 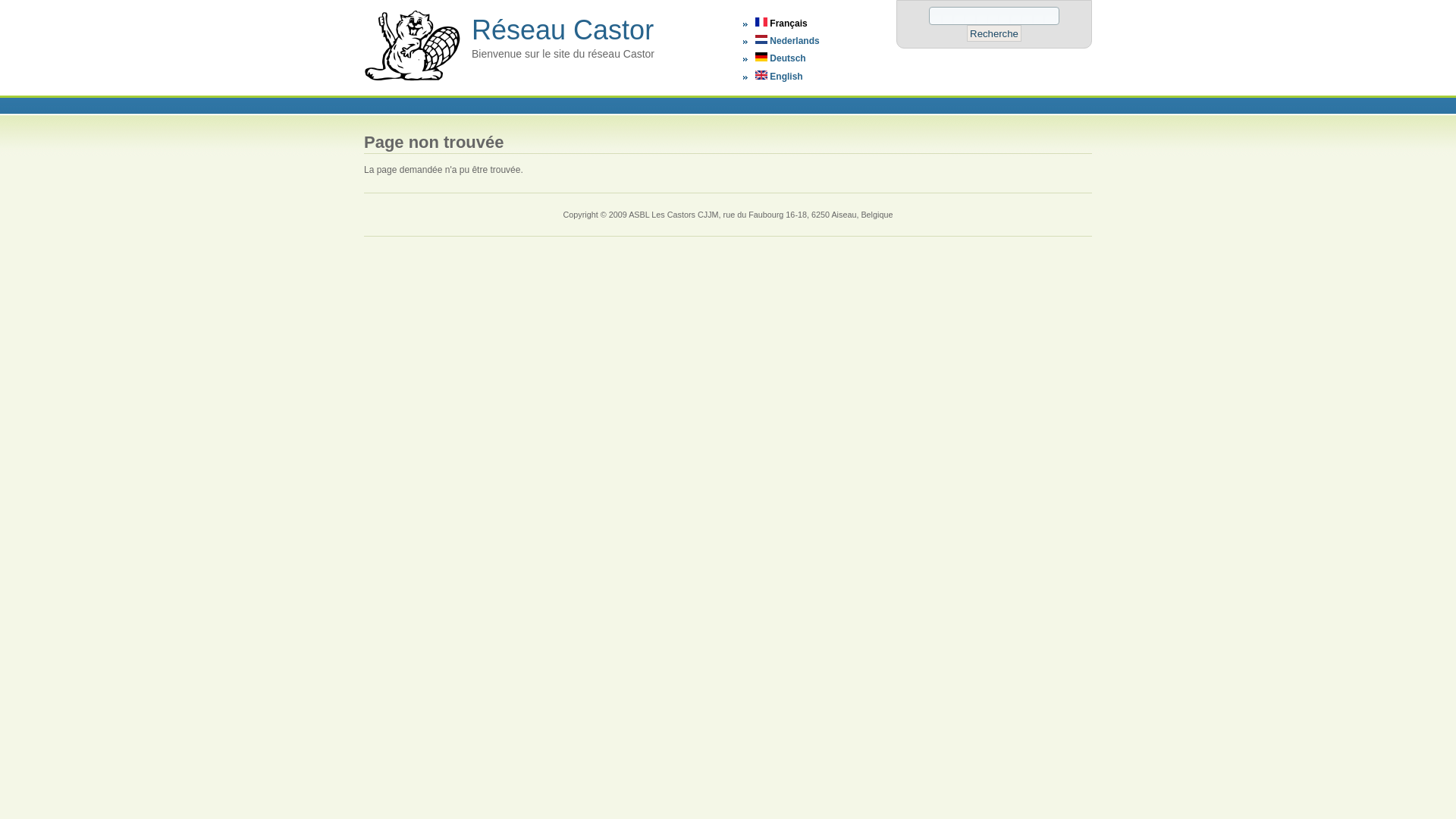 What do you see at coordinates (993, 33) in the screenshot?
I see `'Recherche'` at bounding box center [993, 33].